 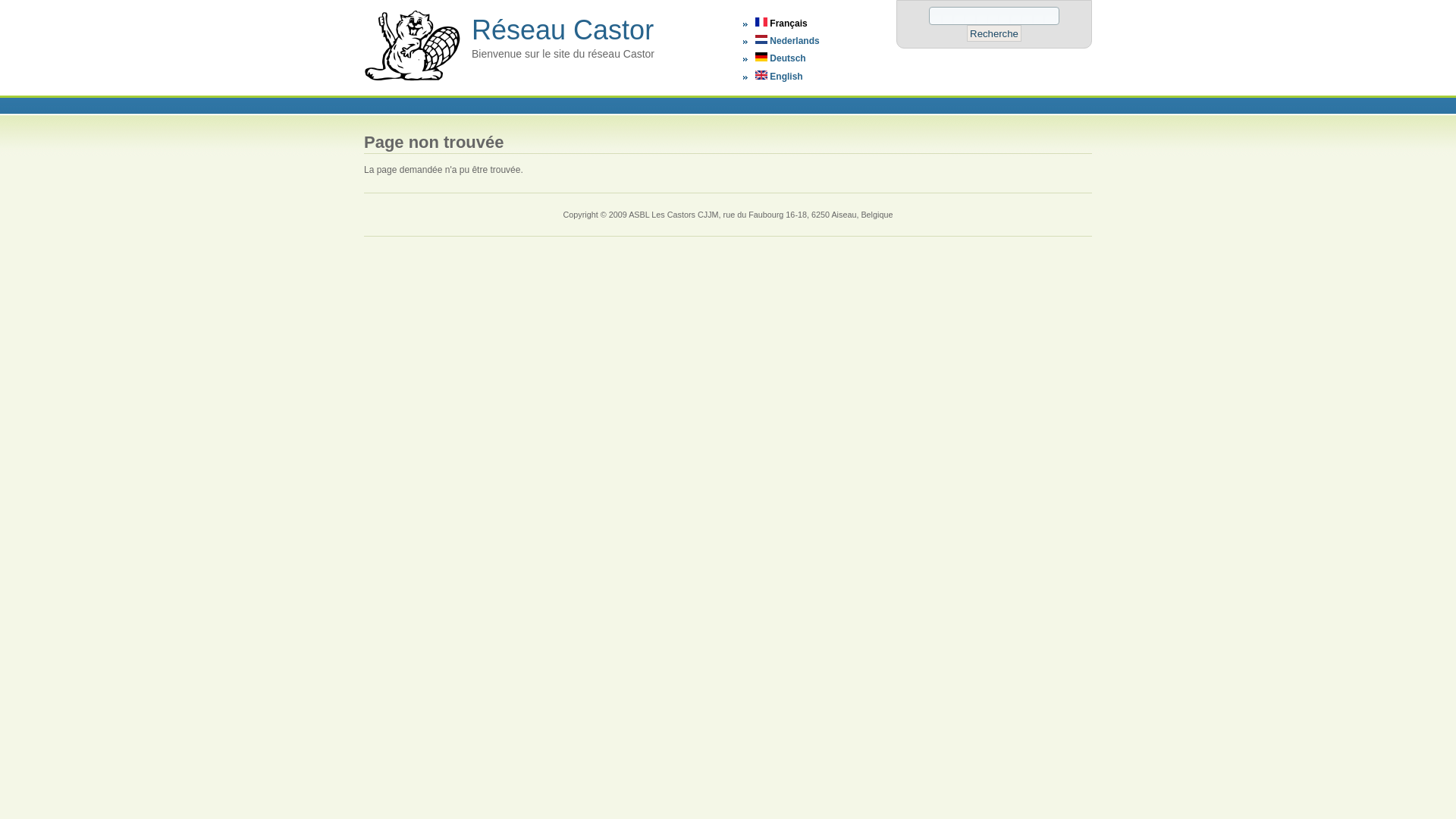 What do you see at coordinates (993, 33) in the screenshot?
I see `'Recherche'` at bounding box center [993, 33].